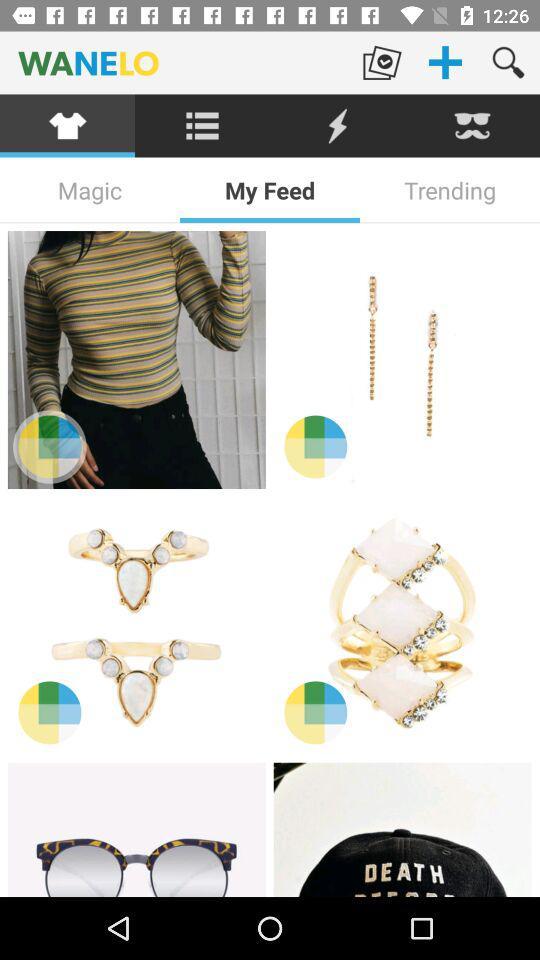  What do you see at coordinates (135, 829) in the screenshot?
I see `choose your object` at bounding box center [135, 829].